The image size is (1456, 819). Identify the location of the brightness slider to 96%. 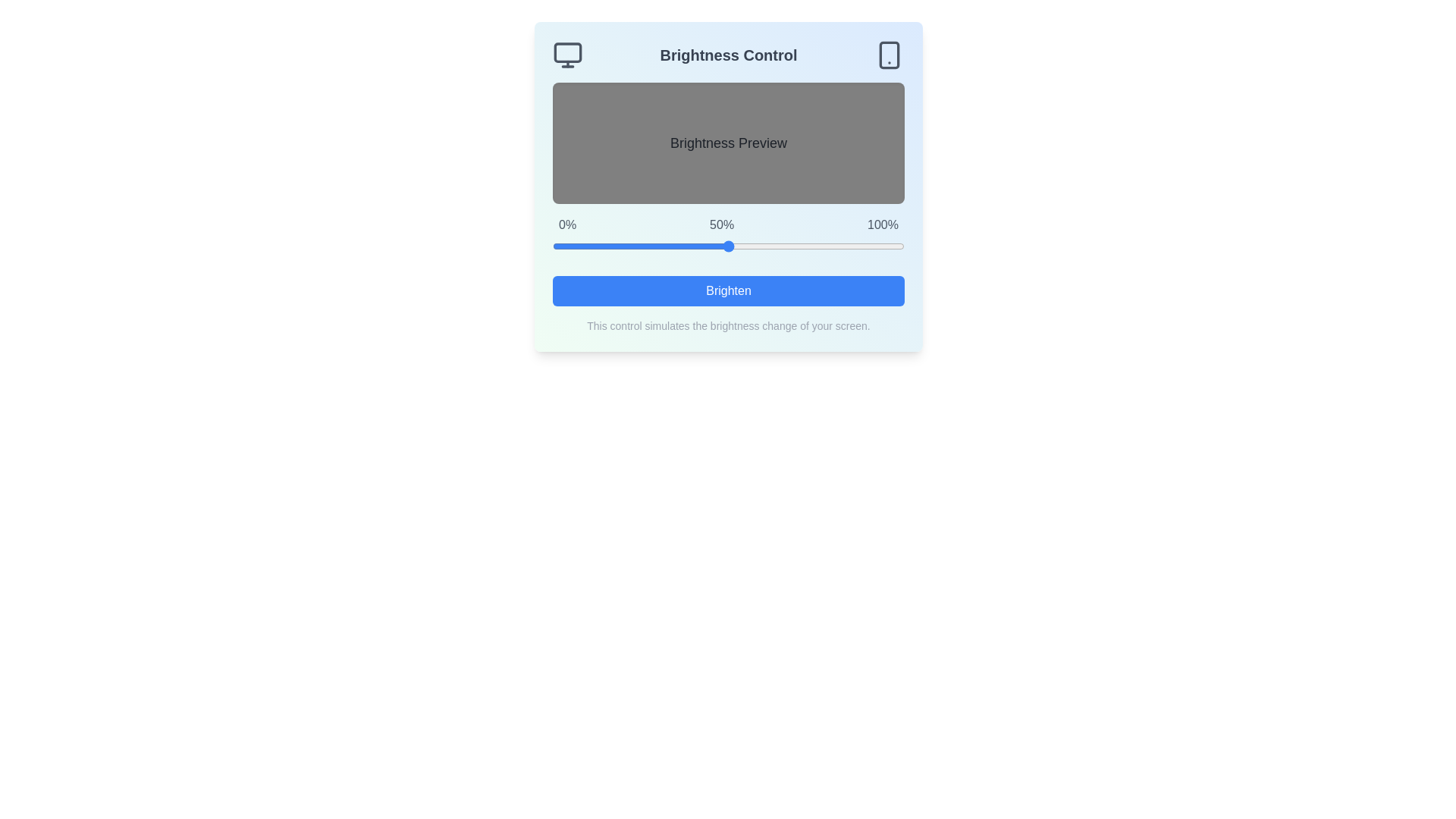
(890, 245).